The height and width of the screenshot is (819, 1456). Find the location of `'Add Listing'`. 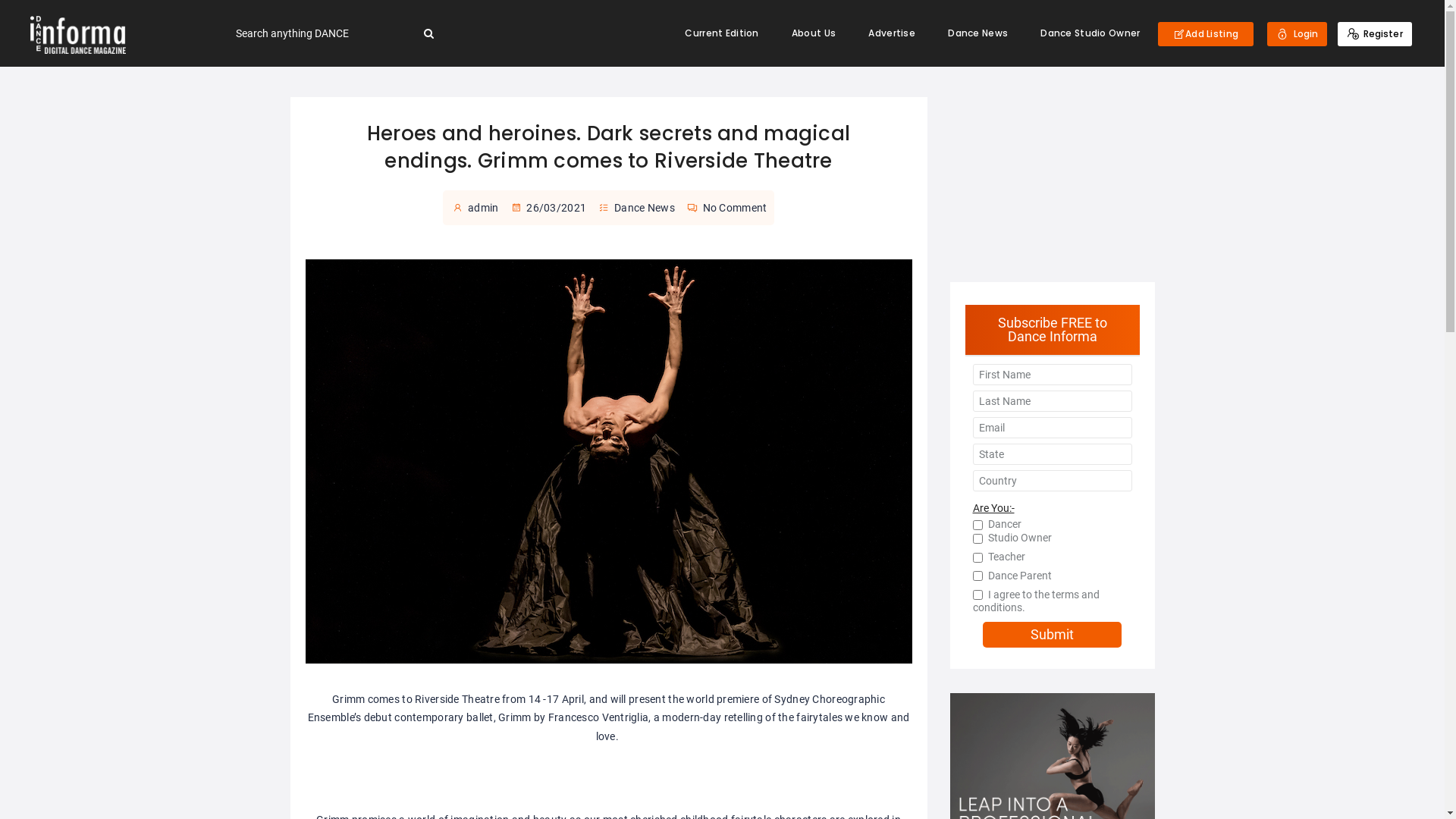

'Add Listing' is located at coordinates (1204, 34).